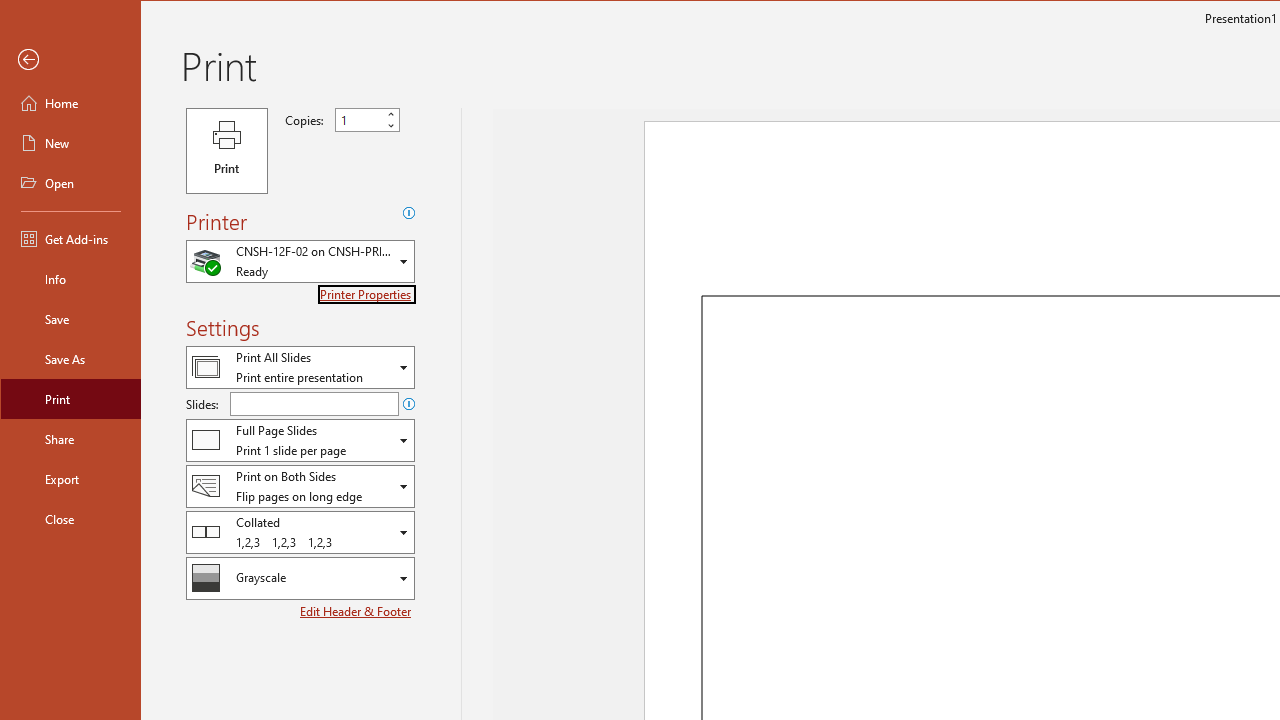  What do you see at coordinates (358, 119) in the screenshot?
I see `'Copies'` at bounding box center [358, 119].